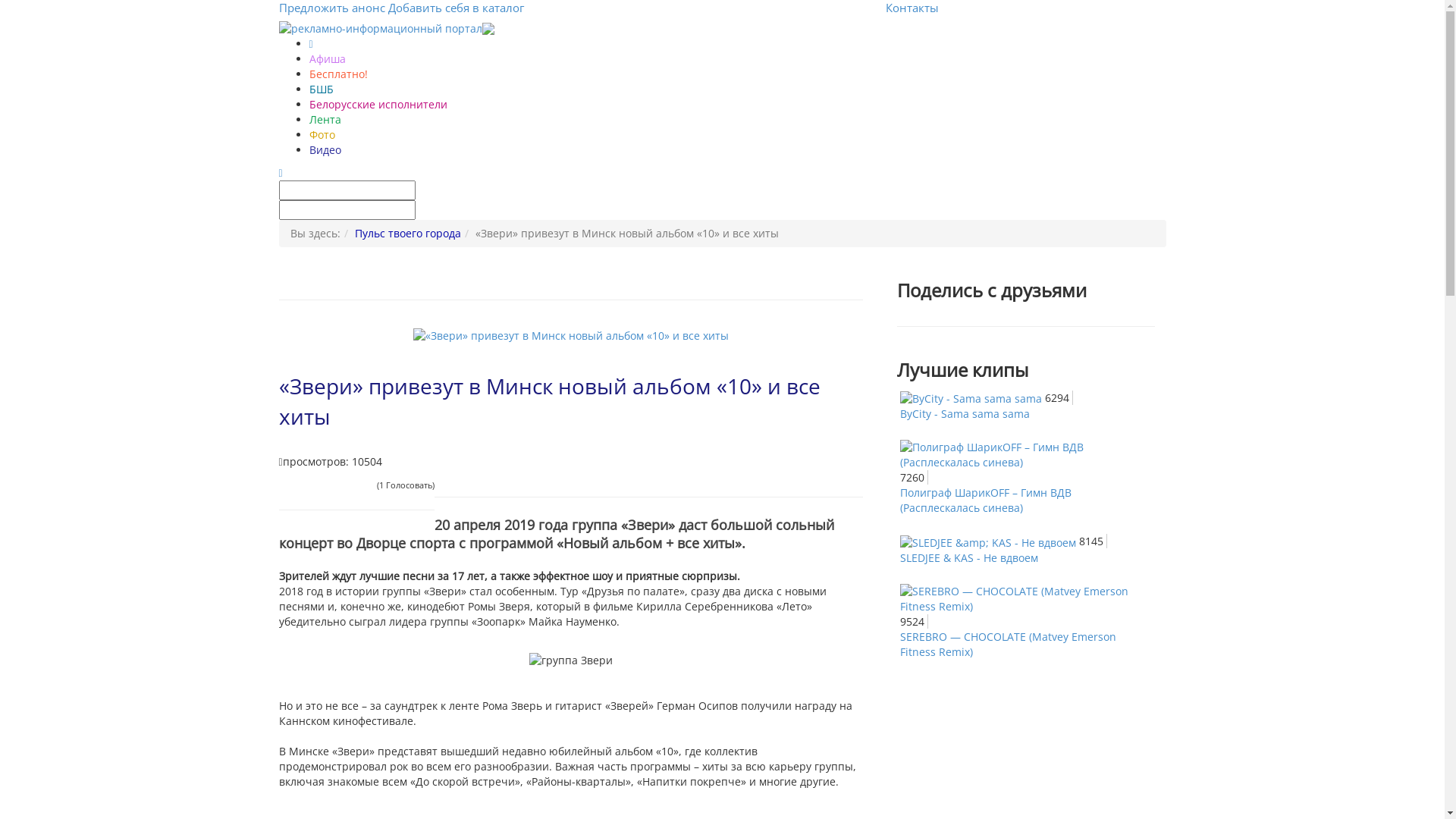 The height and width of the screenshot is (819, 1456). I want to click on '5', so click(325, 485).